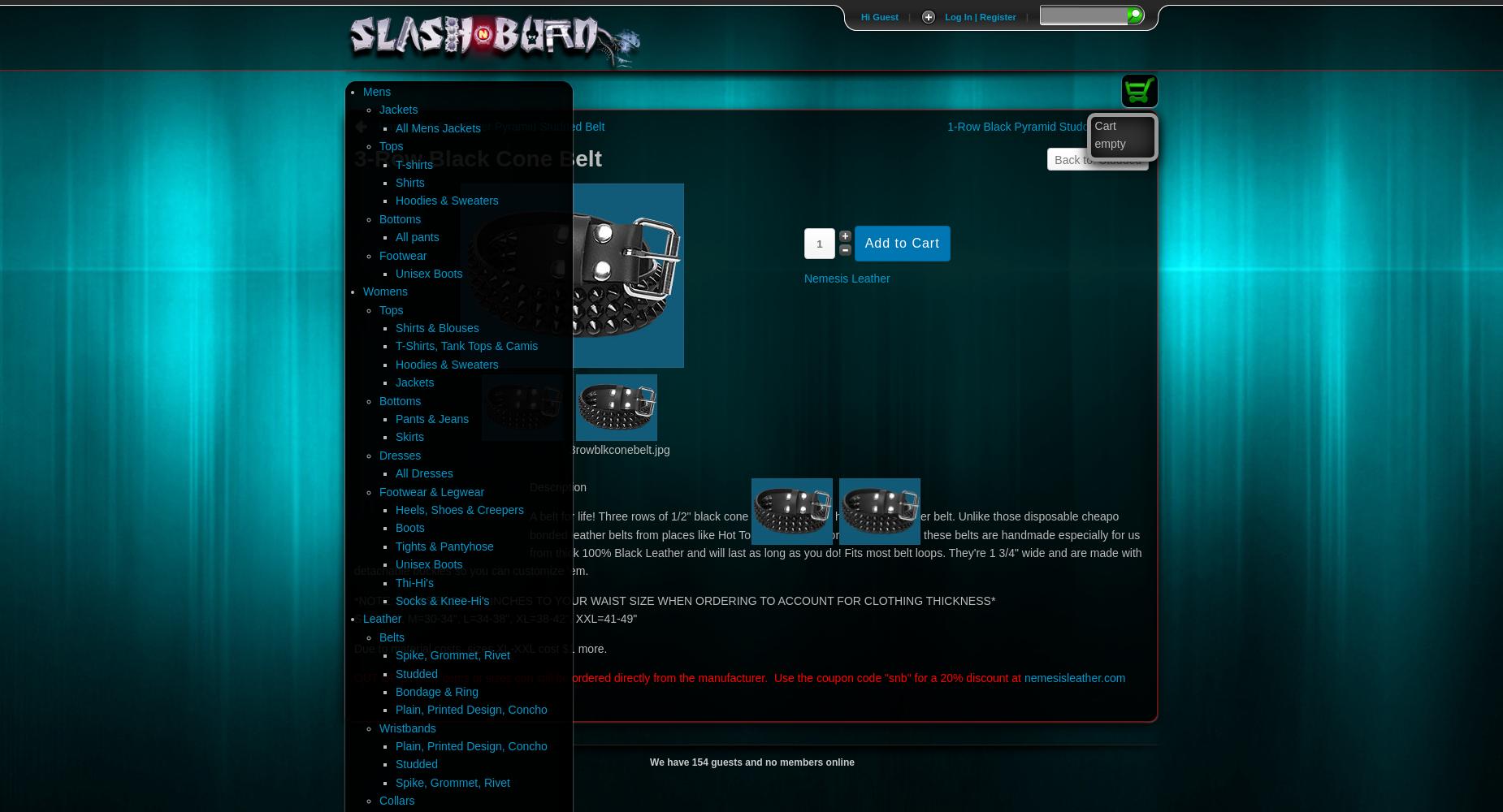  What do you see at coordinates (1035, 127) in the screenshot?
I see `'1-Row Black Pyramid Studded Belt'` at bounding box center [1035, 127].